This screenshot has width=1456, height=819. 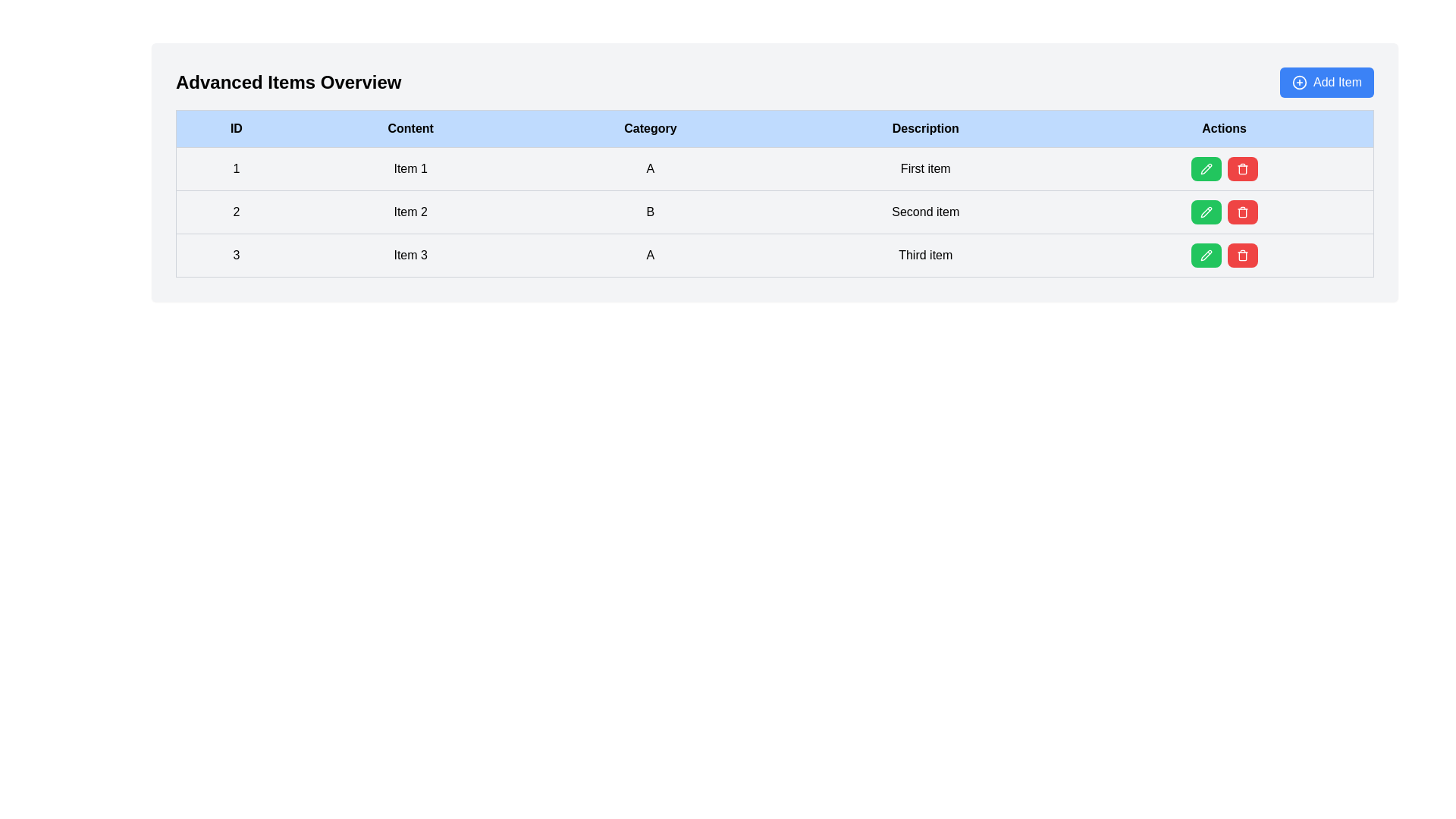 I want to click on the first cell in the 'ID' column of the table, which contains the text '1', is light gray with a bordered outline, and has center alignment, so click(x=235, y=169).